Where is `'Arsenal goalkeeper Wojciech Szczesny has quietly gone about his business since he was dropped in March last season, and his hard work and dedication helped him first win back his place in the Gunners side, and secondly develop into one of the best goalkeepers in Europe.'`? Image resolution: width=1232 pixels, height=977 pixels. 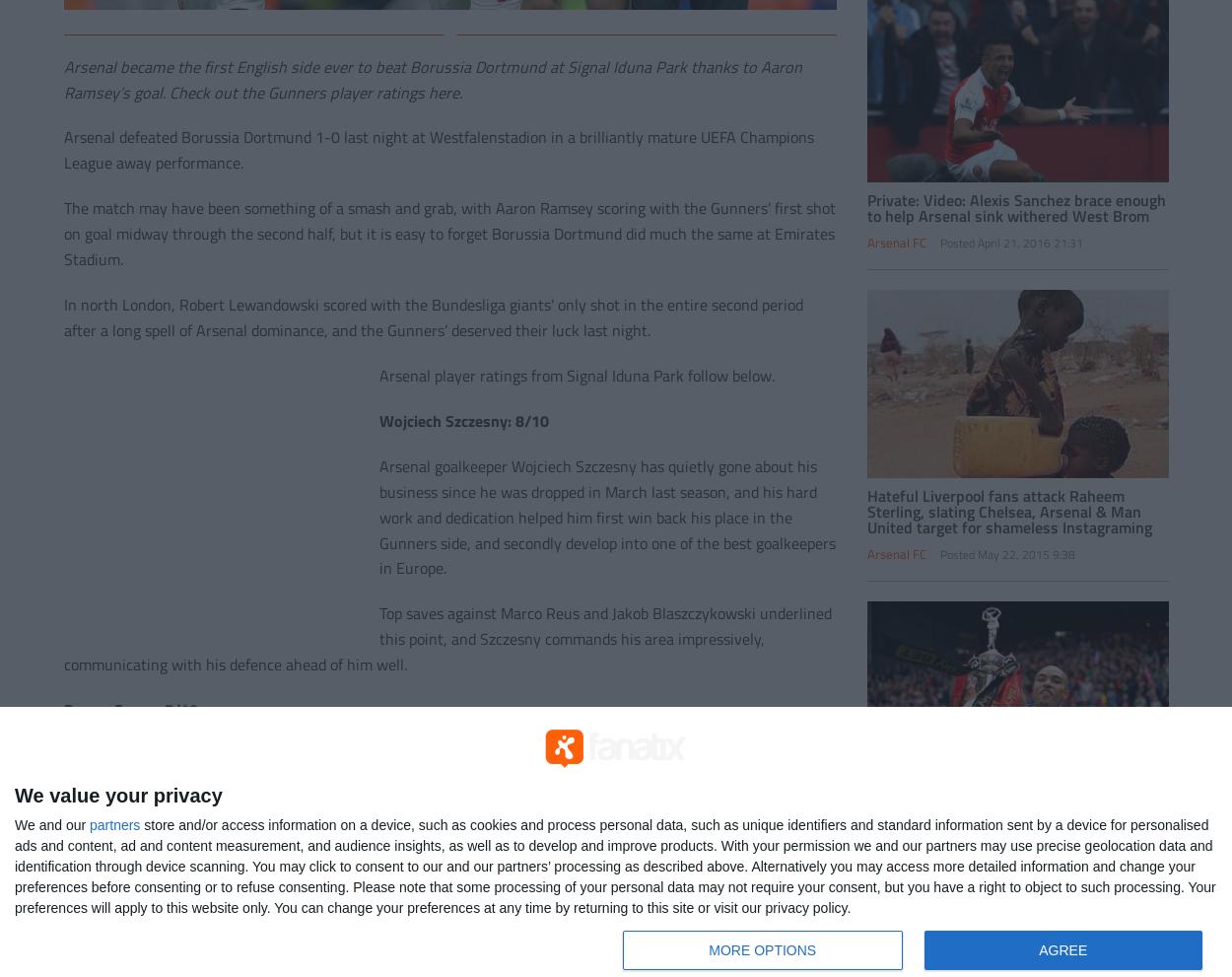
'Arsenal goalkeeper Wojciech Szczesny has quietly gone about his business since he was dropped in March last season, and his hard work and dedication helped him first win back his place in the Gunners side, and secondly develop into one of the best goalkeepers in Europe.' is located at coordinates (605, 517).